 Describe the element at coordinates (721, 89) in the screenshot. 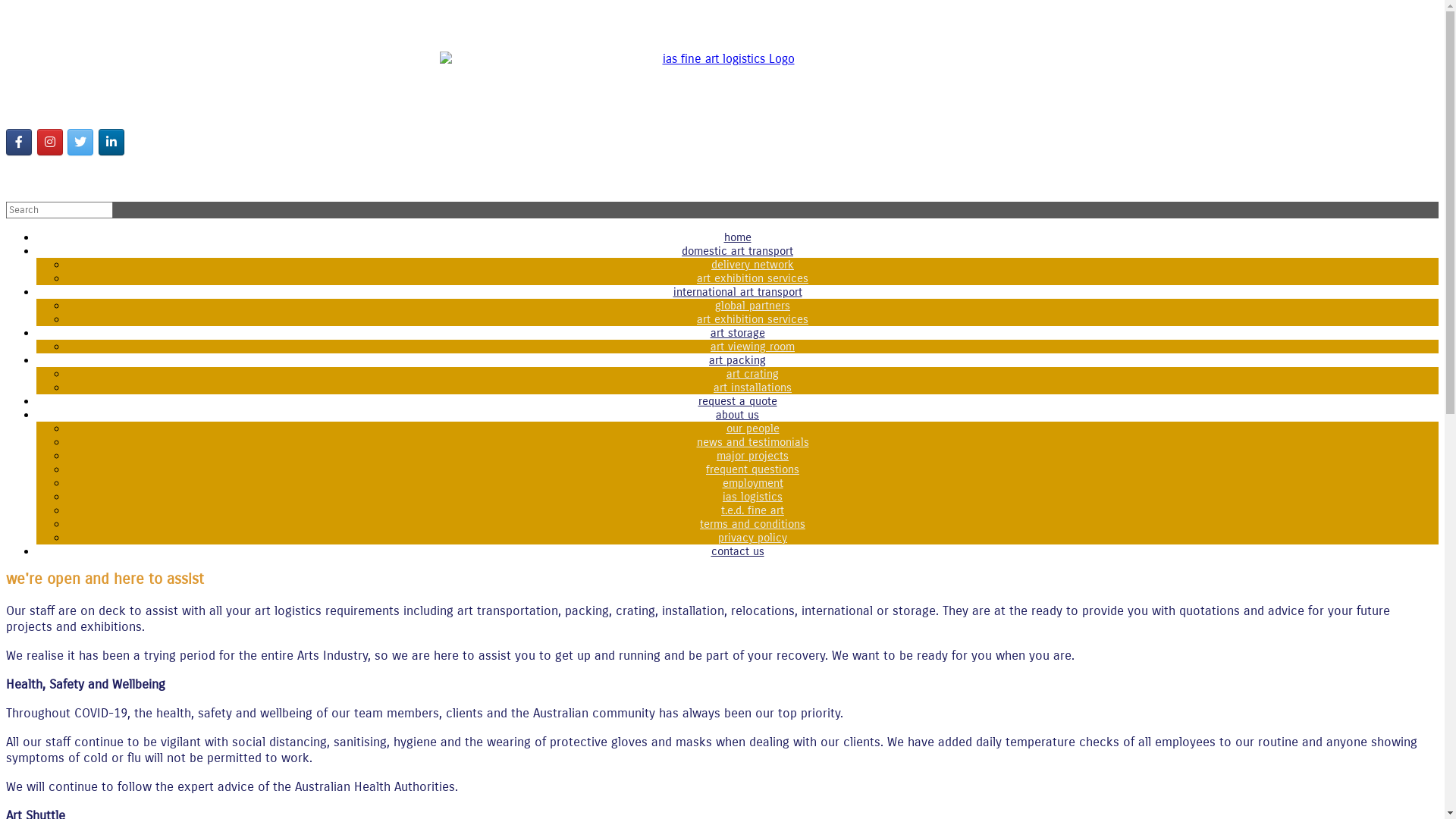

I see `'ias fine art logistics'` at that location.